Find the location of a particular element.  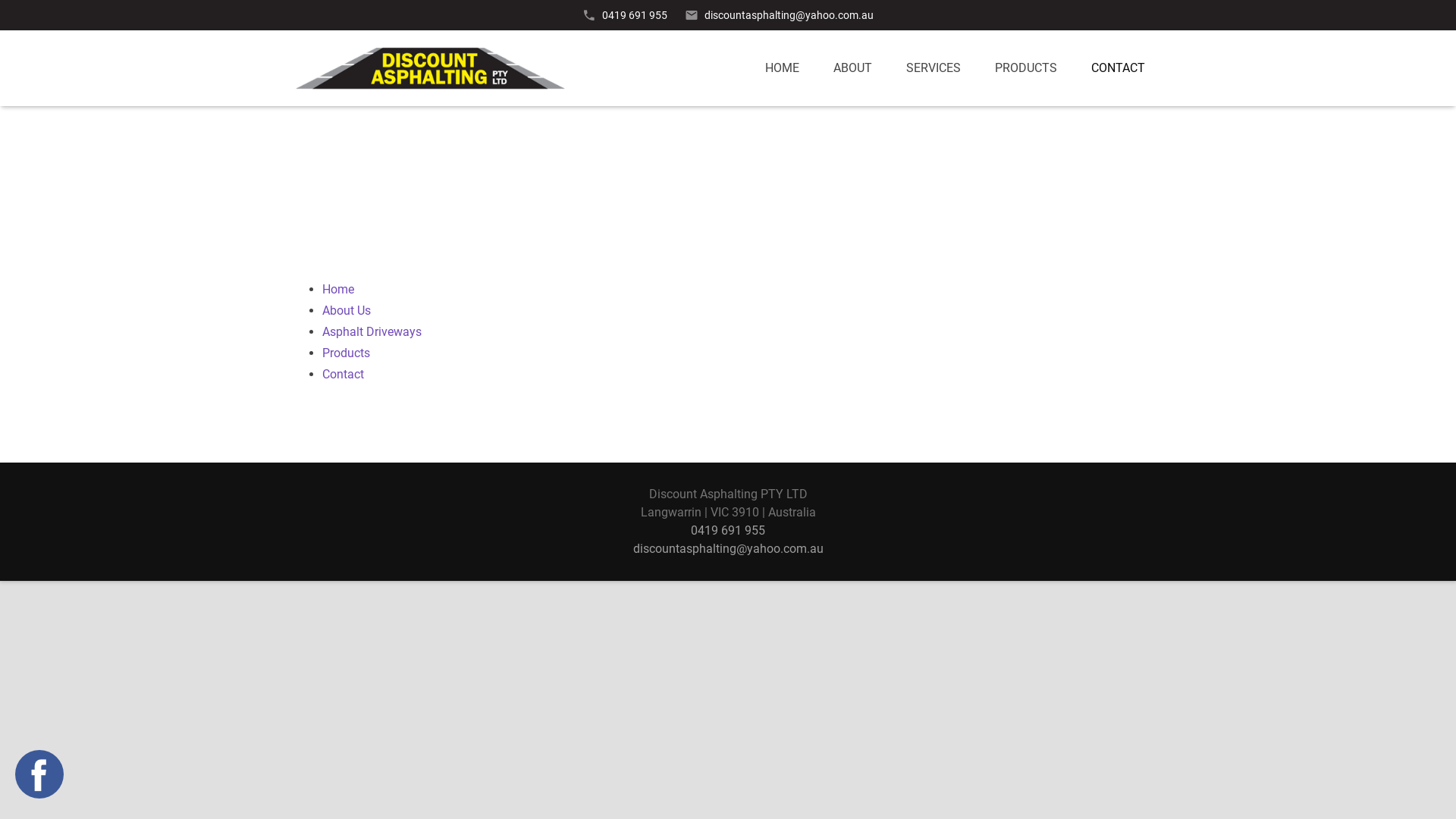

'Products' is located at coordinates (345, 353).